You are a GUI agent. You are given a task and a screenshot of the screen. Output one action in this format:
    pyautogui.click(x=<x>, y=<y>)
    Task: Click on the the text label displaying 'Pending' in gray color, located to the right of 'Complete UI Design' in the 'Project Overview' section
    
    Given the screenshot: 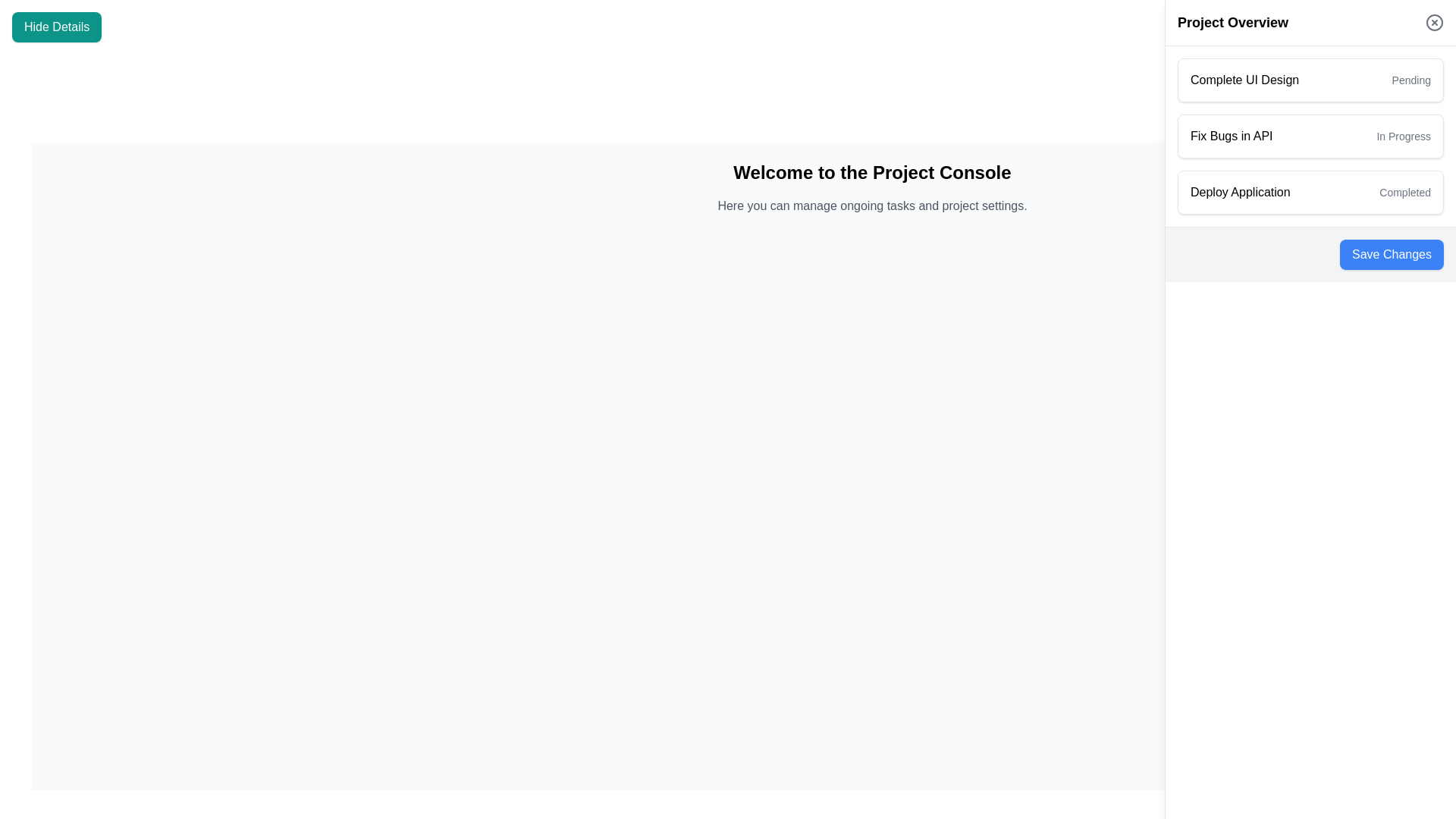 What is the action you would take?
    pyautogui.click(x=1410, y=80)
    